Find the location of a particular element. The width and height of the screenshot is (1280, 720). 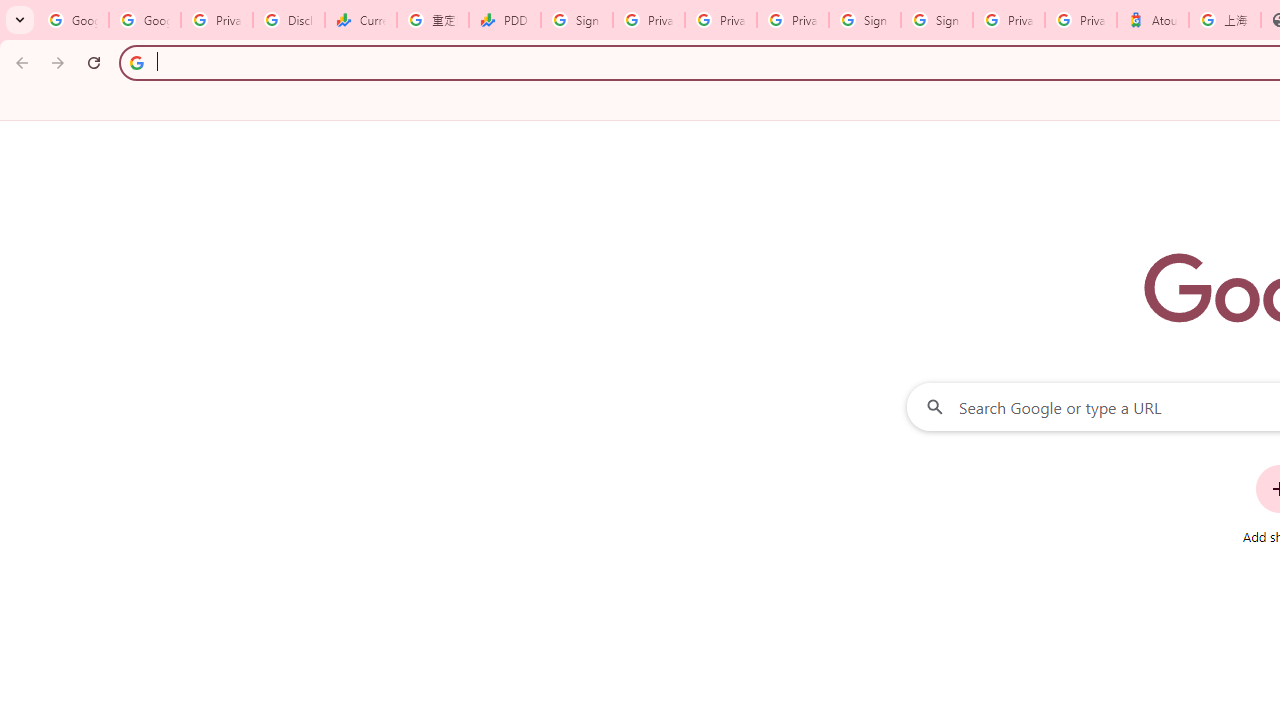

'Privacy Checkup' is located at coordinates (720, 20).